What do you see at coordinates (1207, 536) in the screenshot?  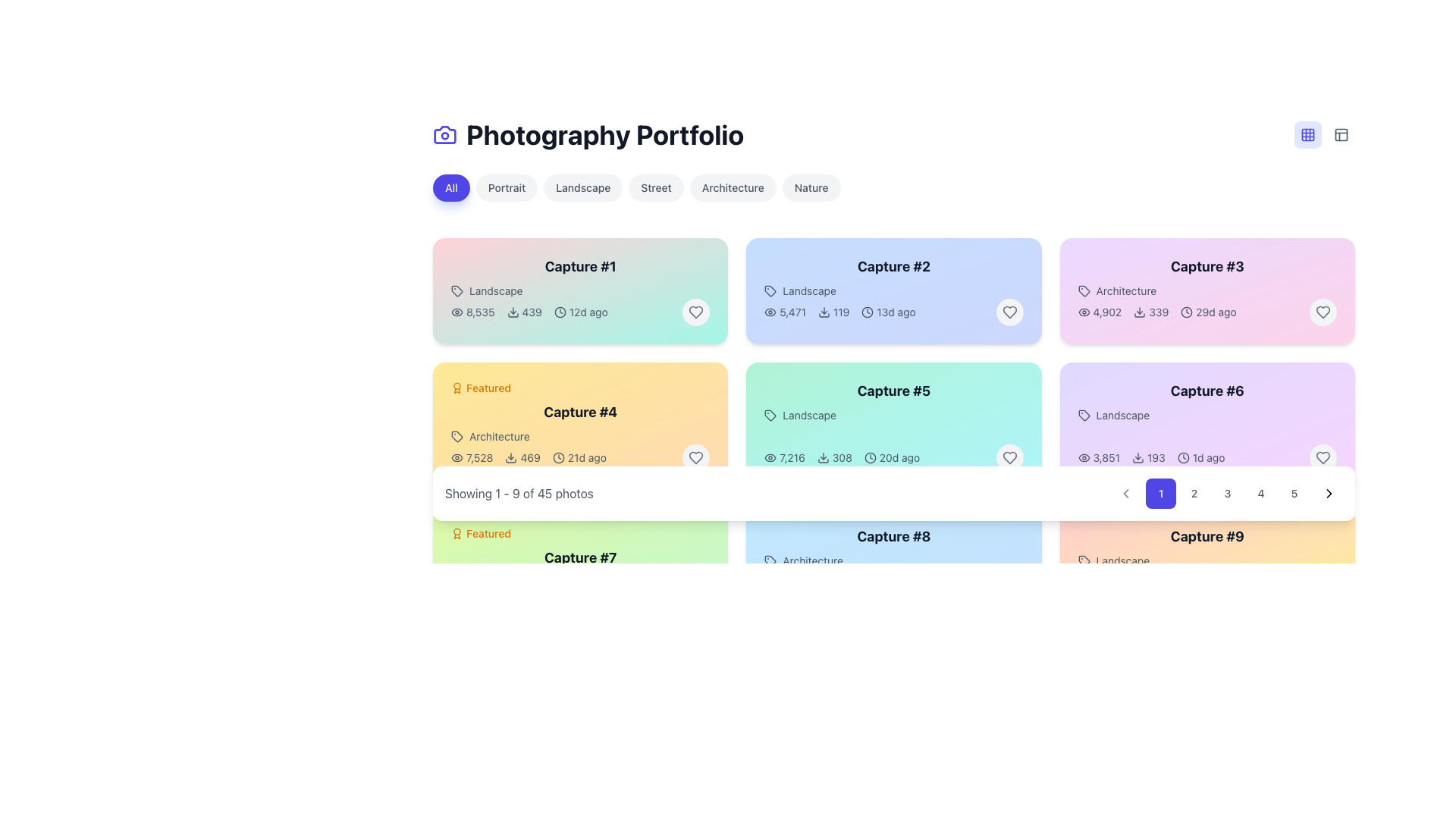 I see `the bold text label reading 'Capture #9' located at the top section of a yellow-orange card in the bottom-right corner of the grid layout` at bounding box center [1207, 536].